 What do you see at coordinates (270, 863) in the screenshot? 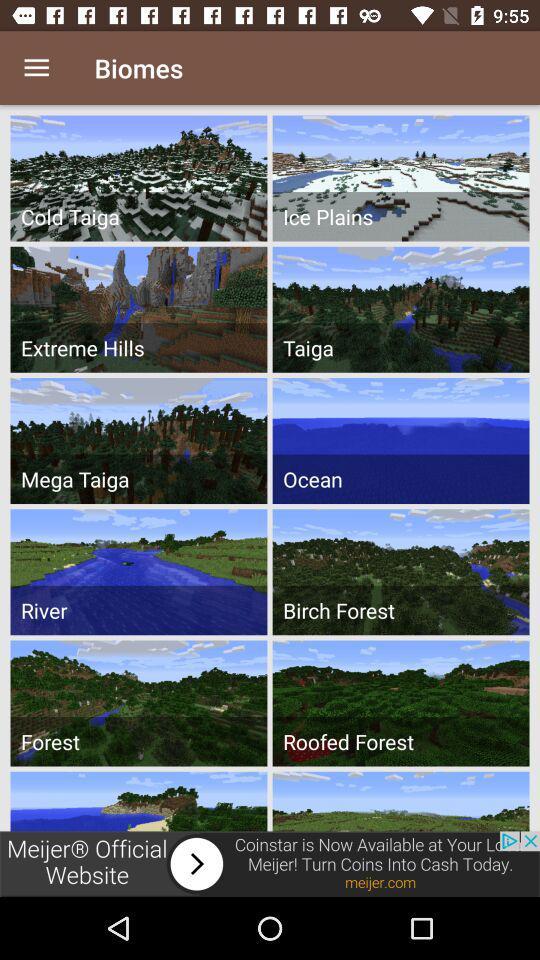
I see `next` at bounding box center [270, 863].